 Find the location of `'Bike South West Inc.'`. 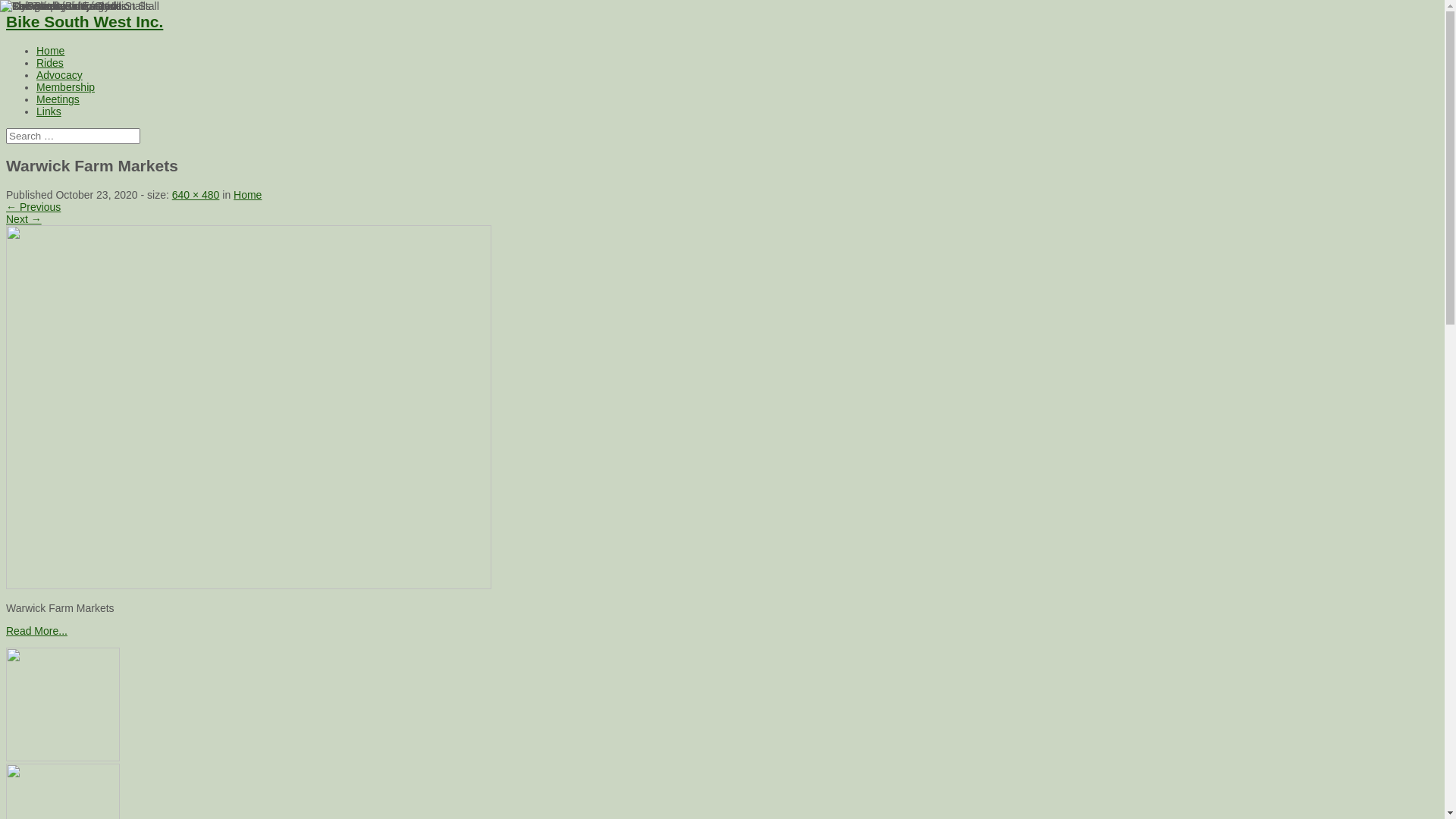

'Bike South West Inc.' is located at coordinates (83, 21).